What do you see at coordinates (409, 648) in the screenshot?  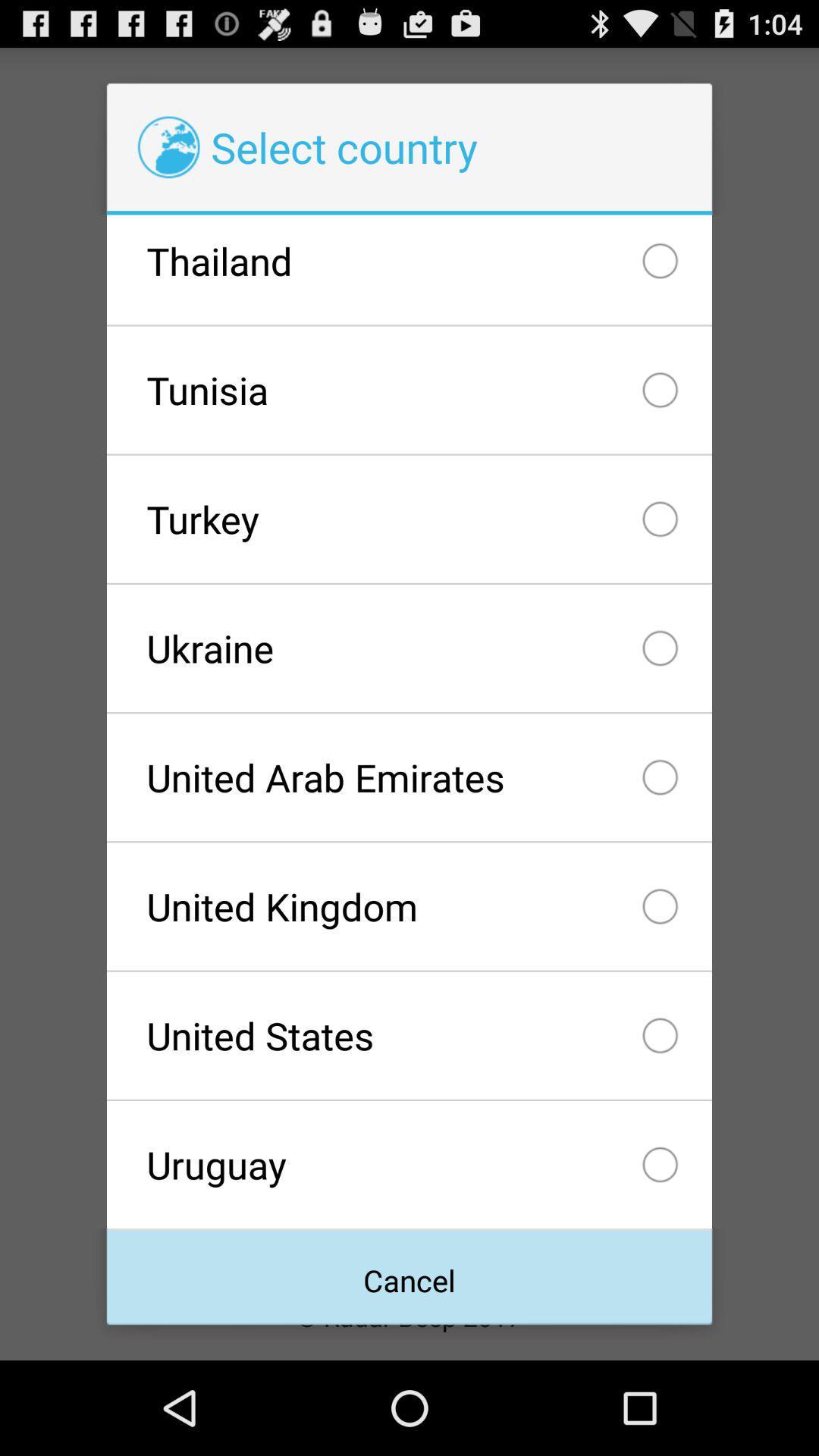 I see `the ukraine checkbox` at bounding box center [409, 648].